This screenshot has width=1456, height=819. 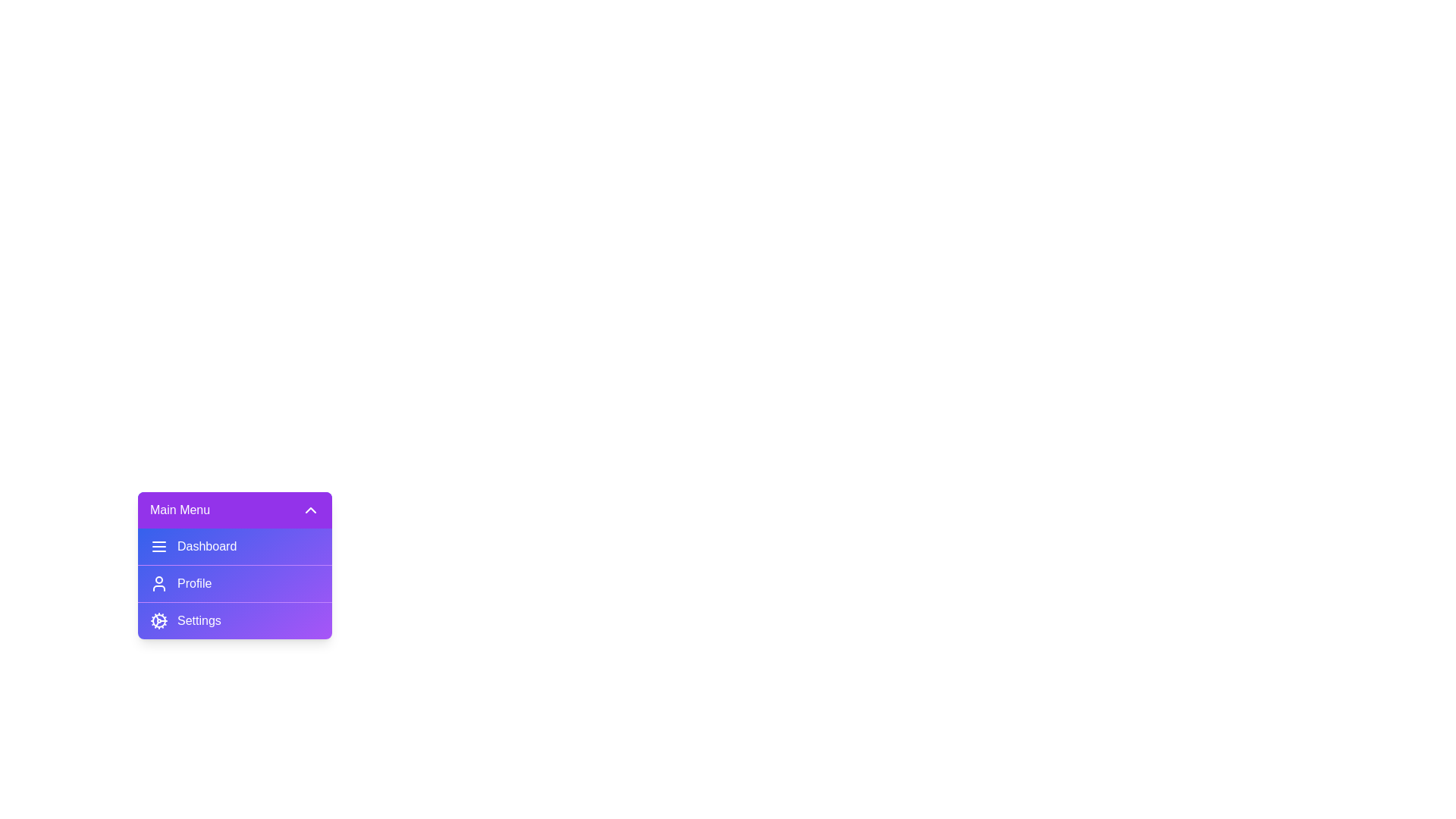 I want to click on the purple cogwheel-shaped icon representing settings, located at the beginning of the 'Settings' menu item in the vertical navigation menu, so click(x=159, y=620).